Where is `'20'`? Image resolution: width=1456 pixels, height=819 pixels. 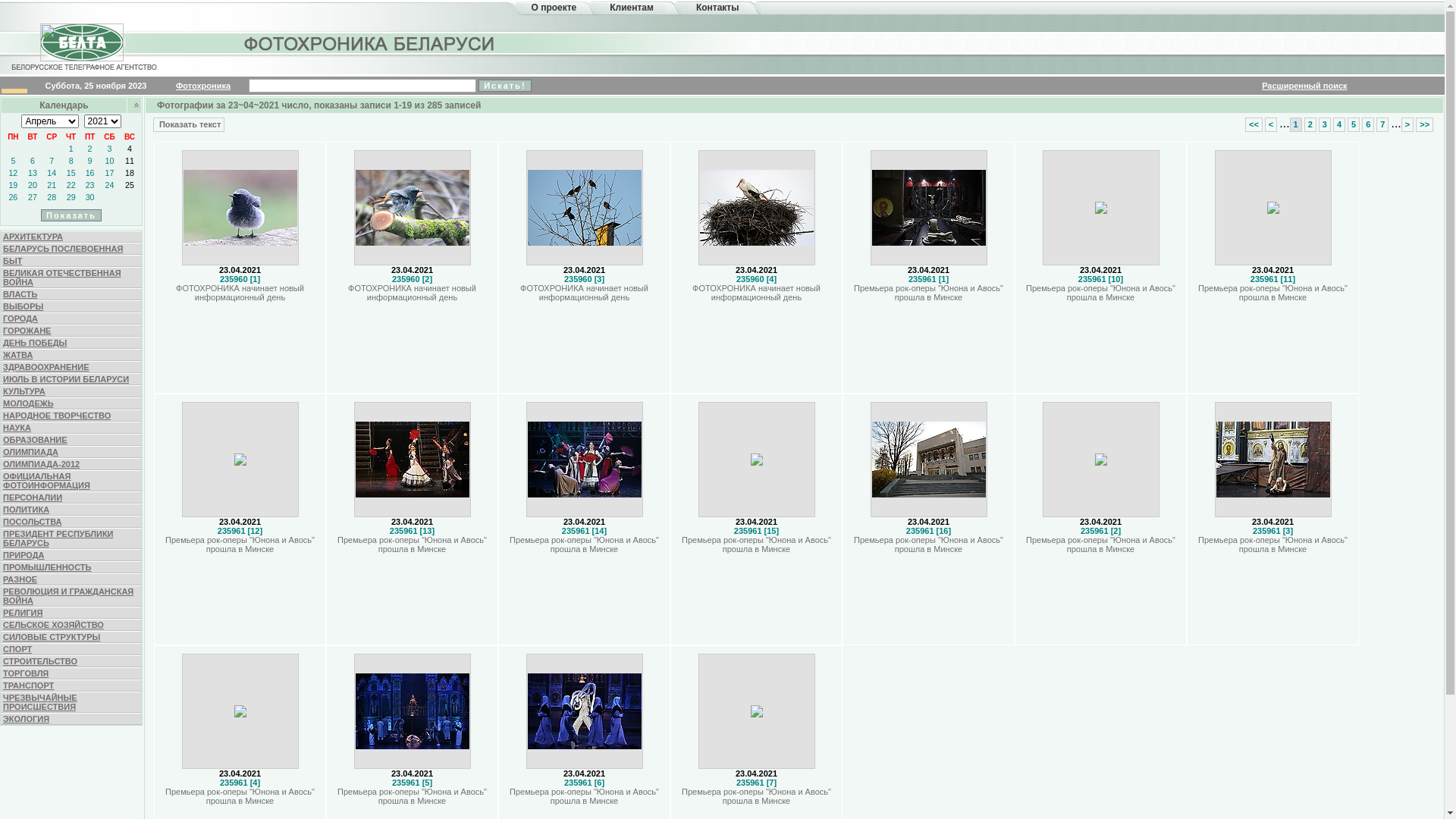
'20' is located at coordinates (33, 184).